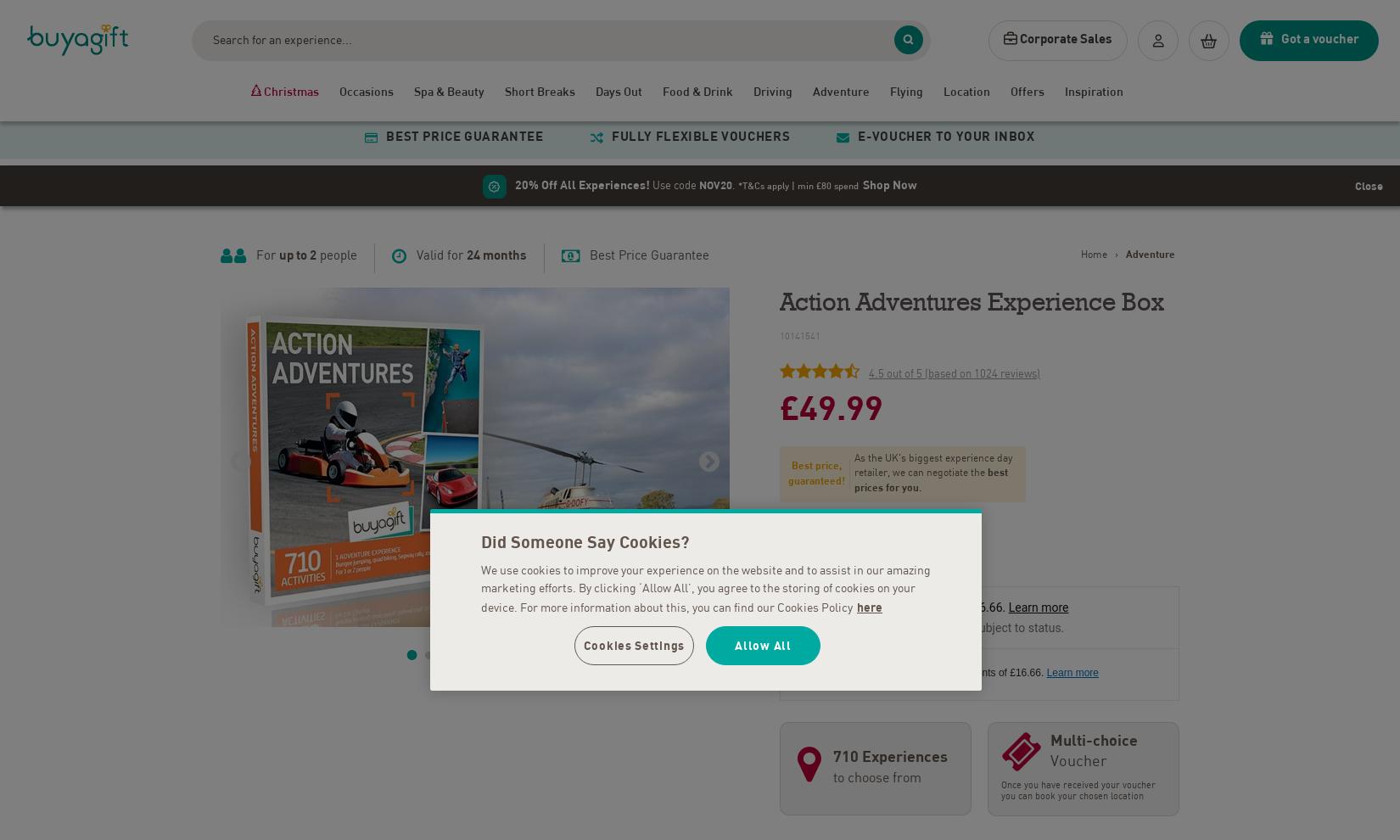 This screenshot has height=840, width=1400. Describe the element at coordinates (715, 180) in the screenshot. I see `'NOV20'` at that location.